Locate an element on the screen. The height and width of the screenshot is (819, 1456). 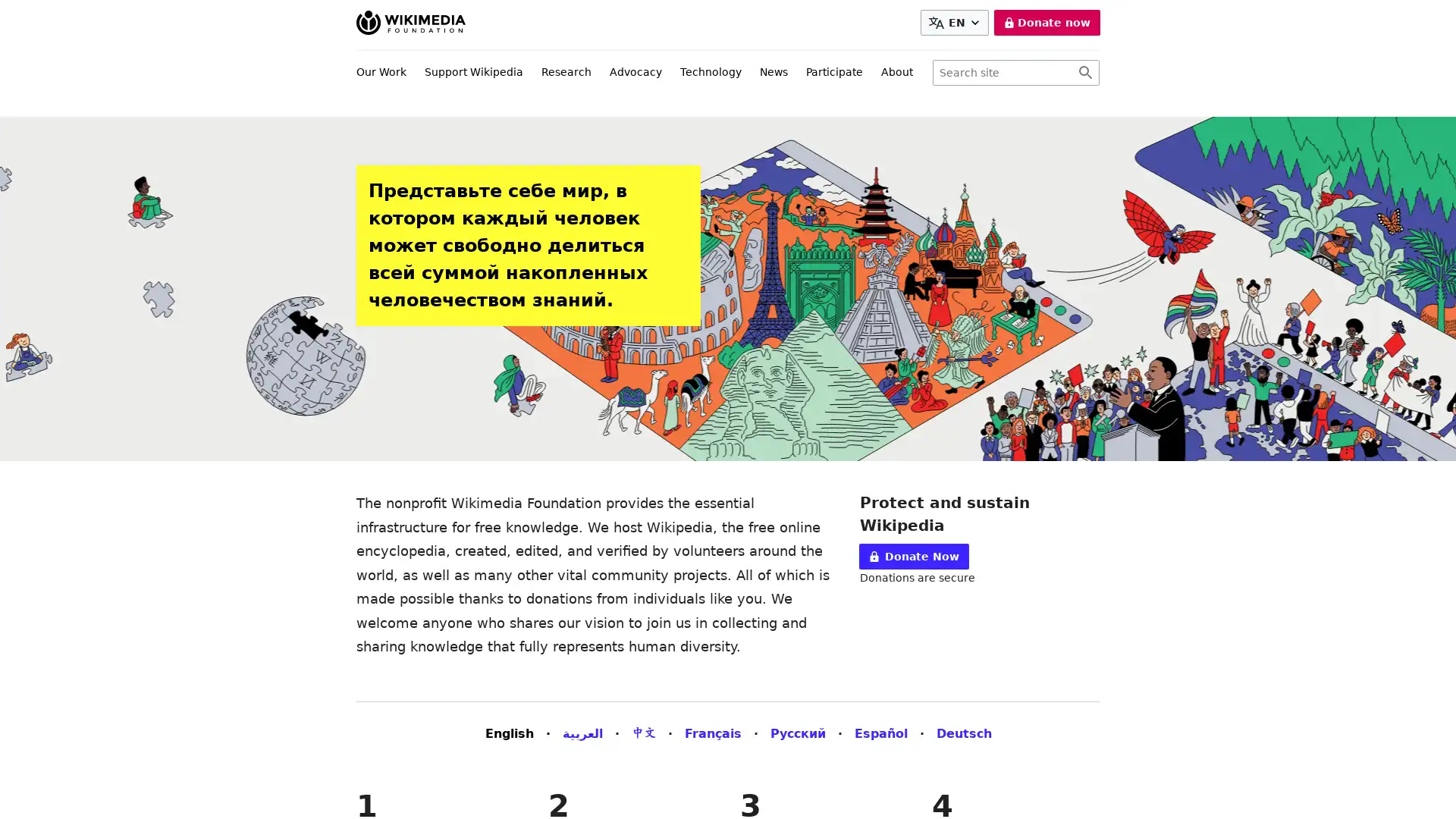
CURRENT LANGUAGE: EN is located at coordinates (953, 23).